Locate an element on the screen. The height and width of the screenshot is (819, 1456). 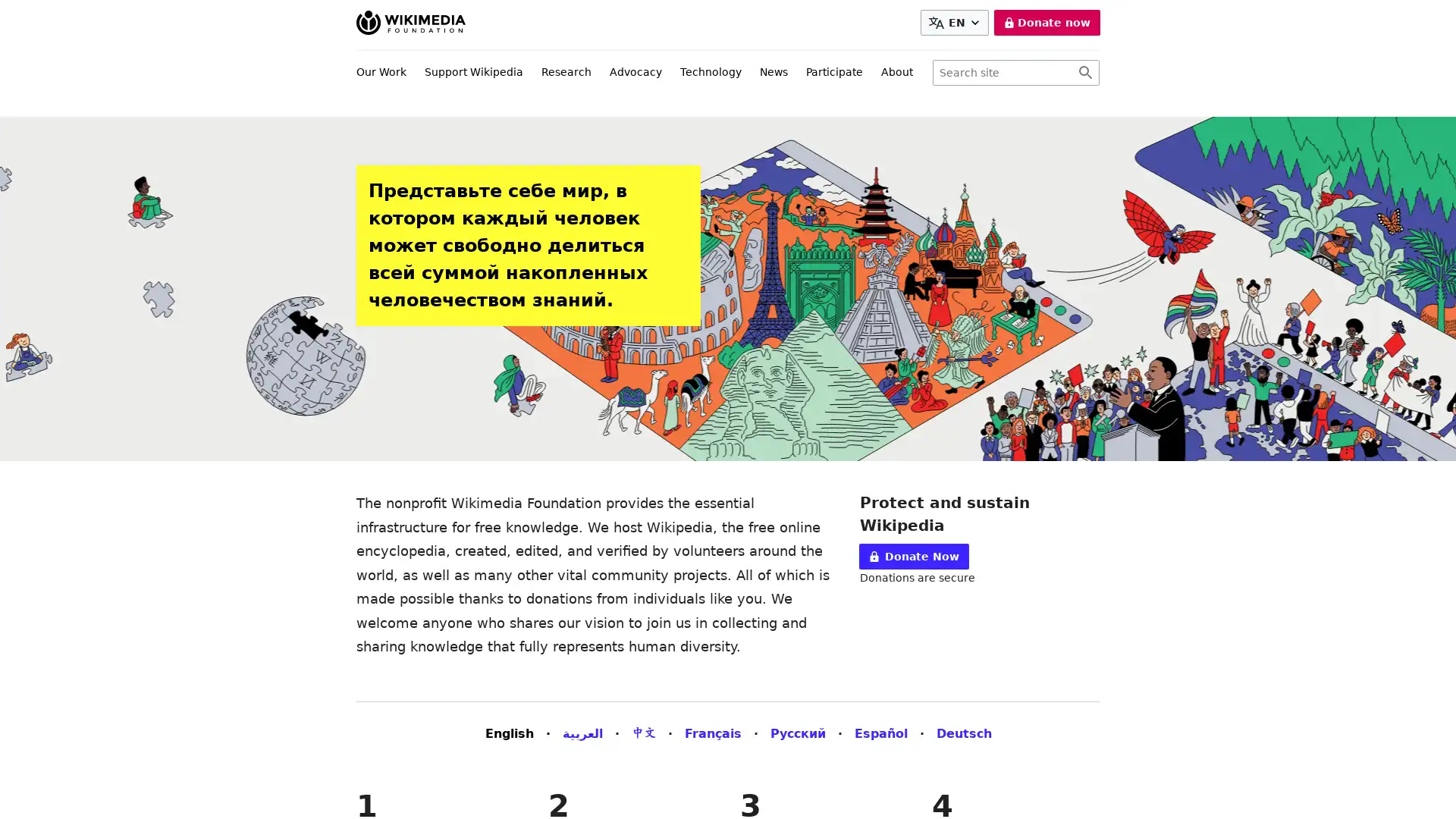
CURRENT LANGUAGE: EN is located at coordinates (953, 23).